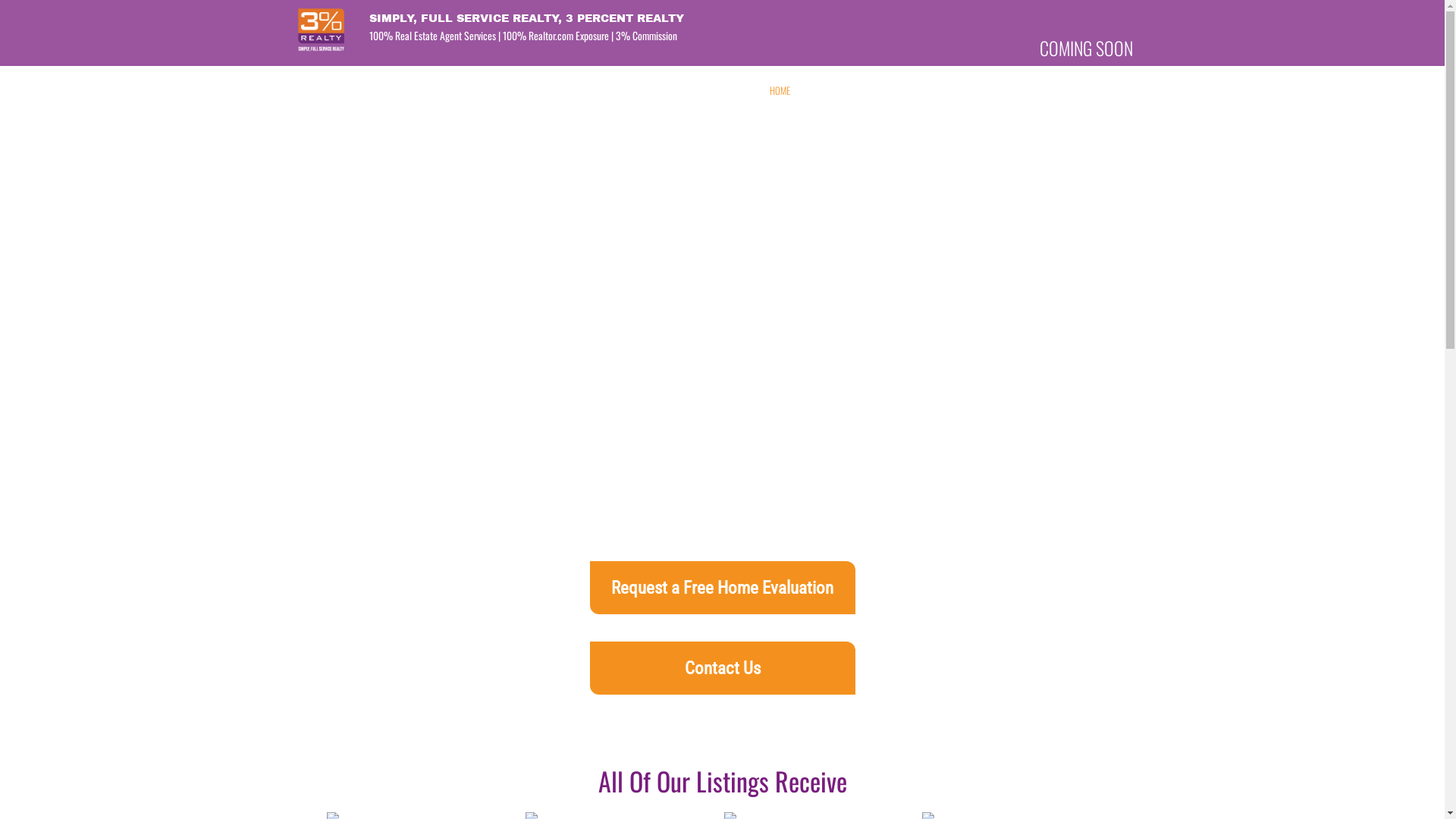 The image size is (1456, 819). I want to click on 'ABOUT 3% REALTY', so click(854, 90).